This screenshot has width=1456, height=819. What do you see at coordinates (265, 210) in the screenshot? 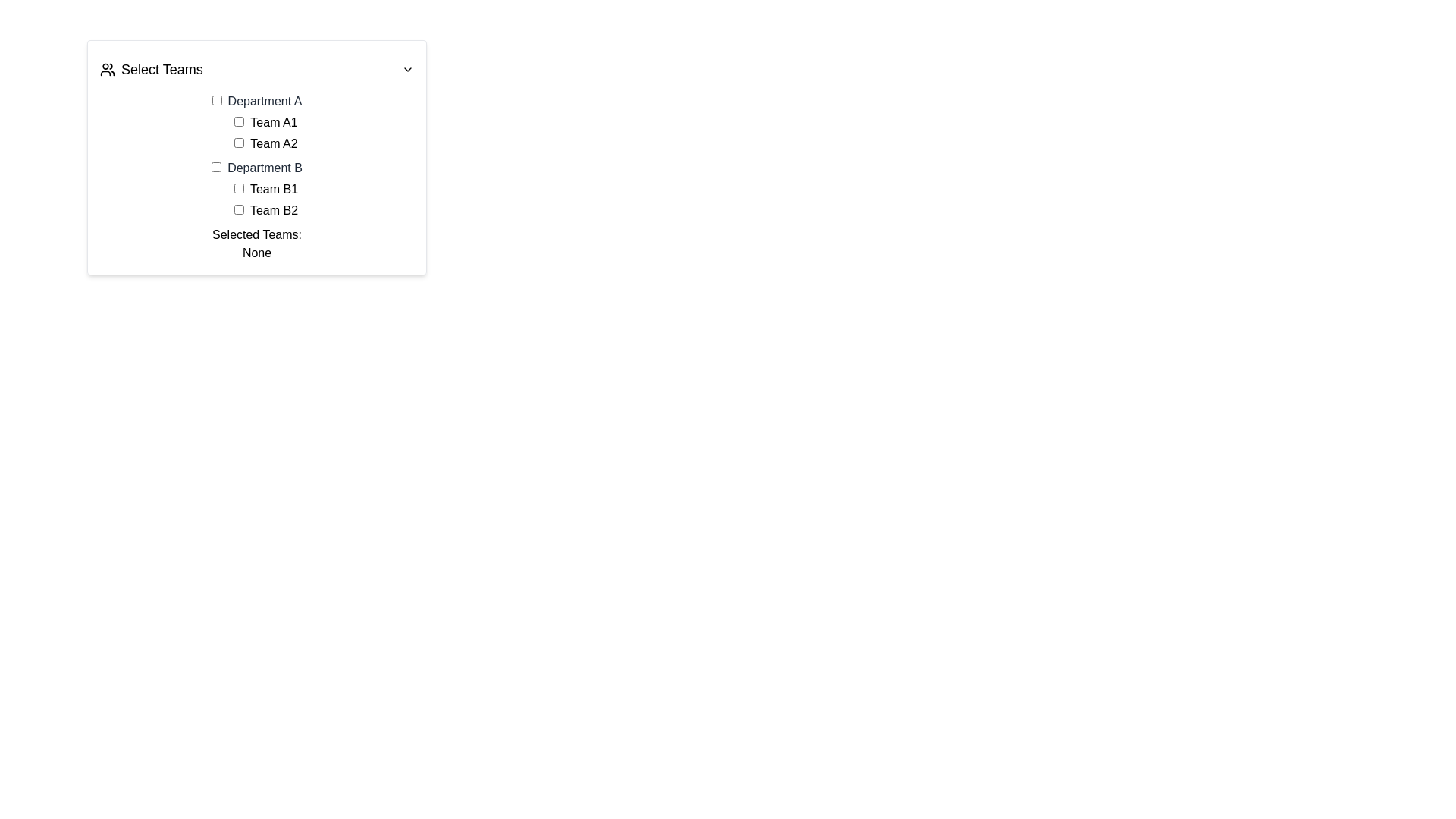
I see `the text label 'Team B2' located under 'Department B', which is the last item in the list and is positioned to the right of a checkbox` at bounding box center [265, 210].